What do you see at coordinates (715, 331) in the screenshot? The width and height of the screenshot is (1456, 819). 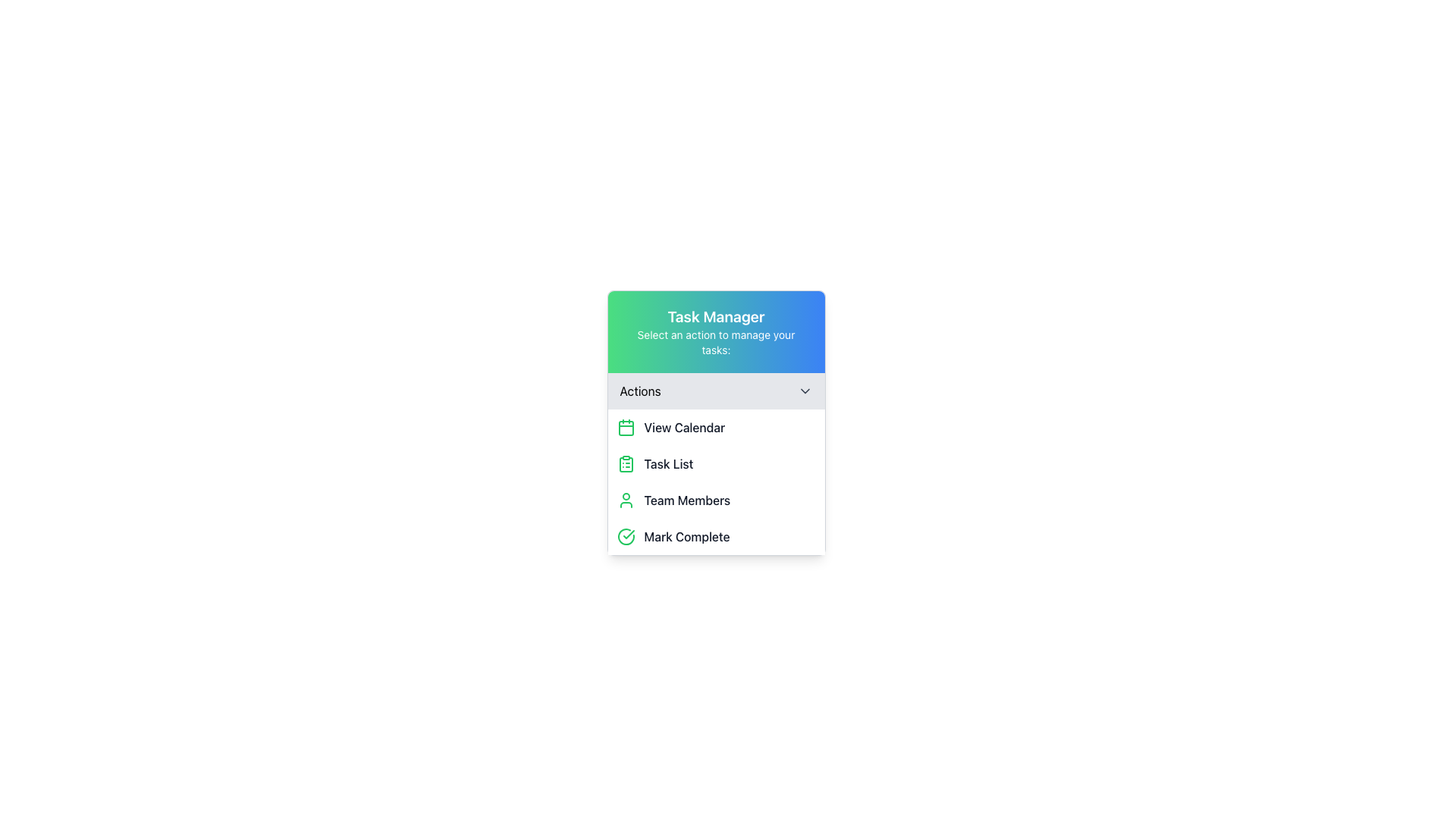 I see `the header element displaying the title 'Task Manager' with a gradient background transitioning from green to blue` at bounding box center [715, 331].